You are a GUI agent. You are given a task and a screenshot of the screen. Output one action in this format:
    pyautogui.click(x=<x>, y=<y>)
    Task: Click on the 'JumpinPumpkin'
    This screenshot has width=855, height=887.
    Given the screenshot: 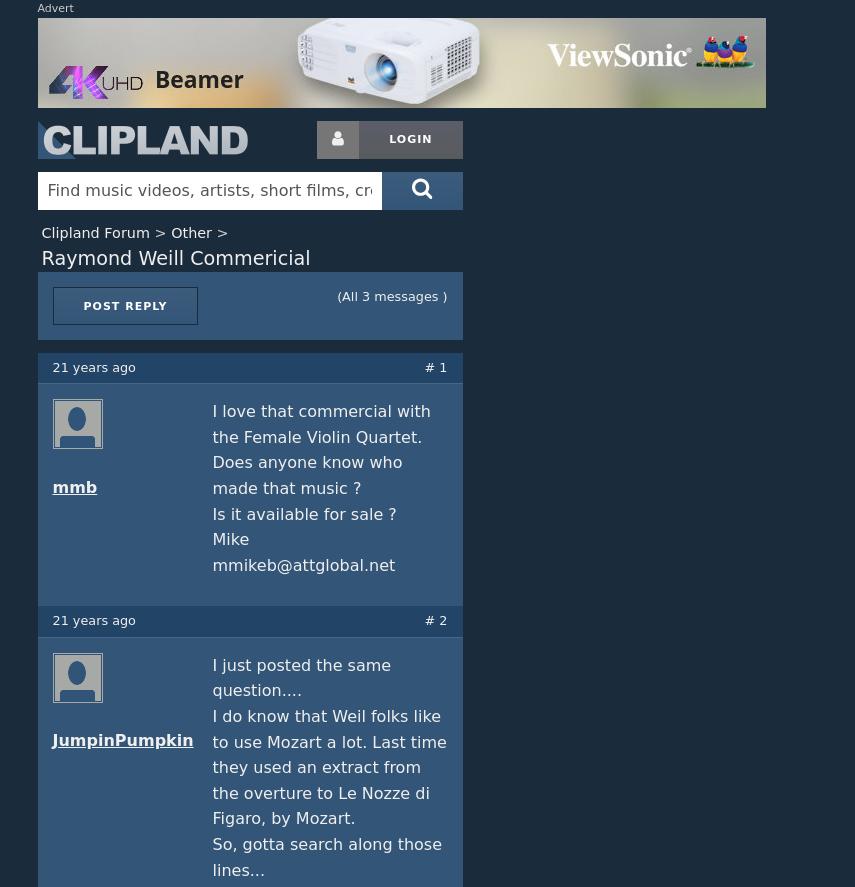 What is the action you would take?
    pyautogui.click(x=50, y=739)
    